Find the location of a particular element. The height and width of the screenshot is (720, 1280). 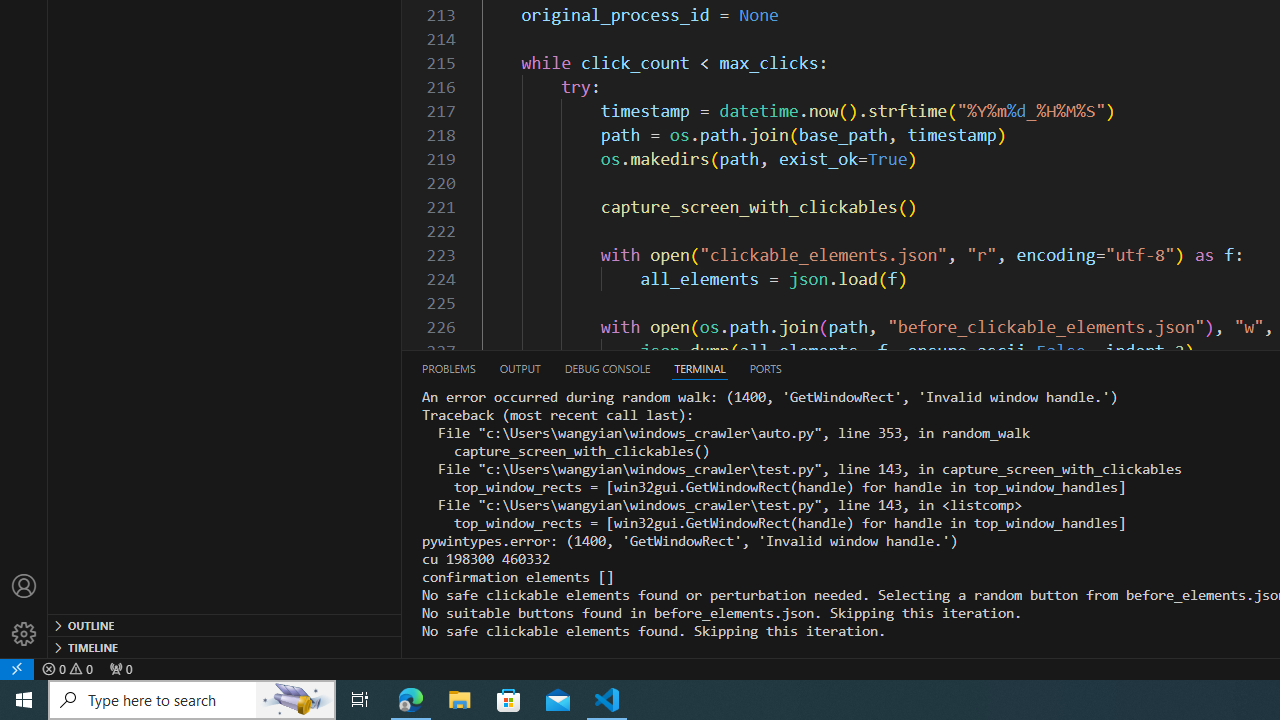

'Manage' is located at coordinates (24, 609).